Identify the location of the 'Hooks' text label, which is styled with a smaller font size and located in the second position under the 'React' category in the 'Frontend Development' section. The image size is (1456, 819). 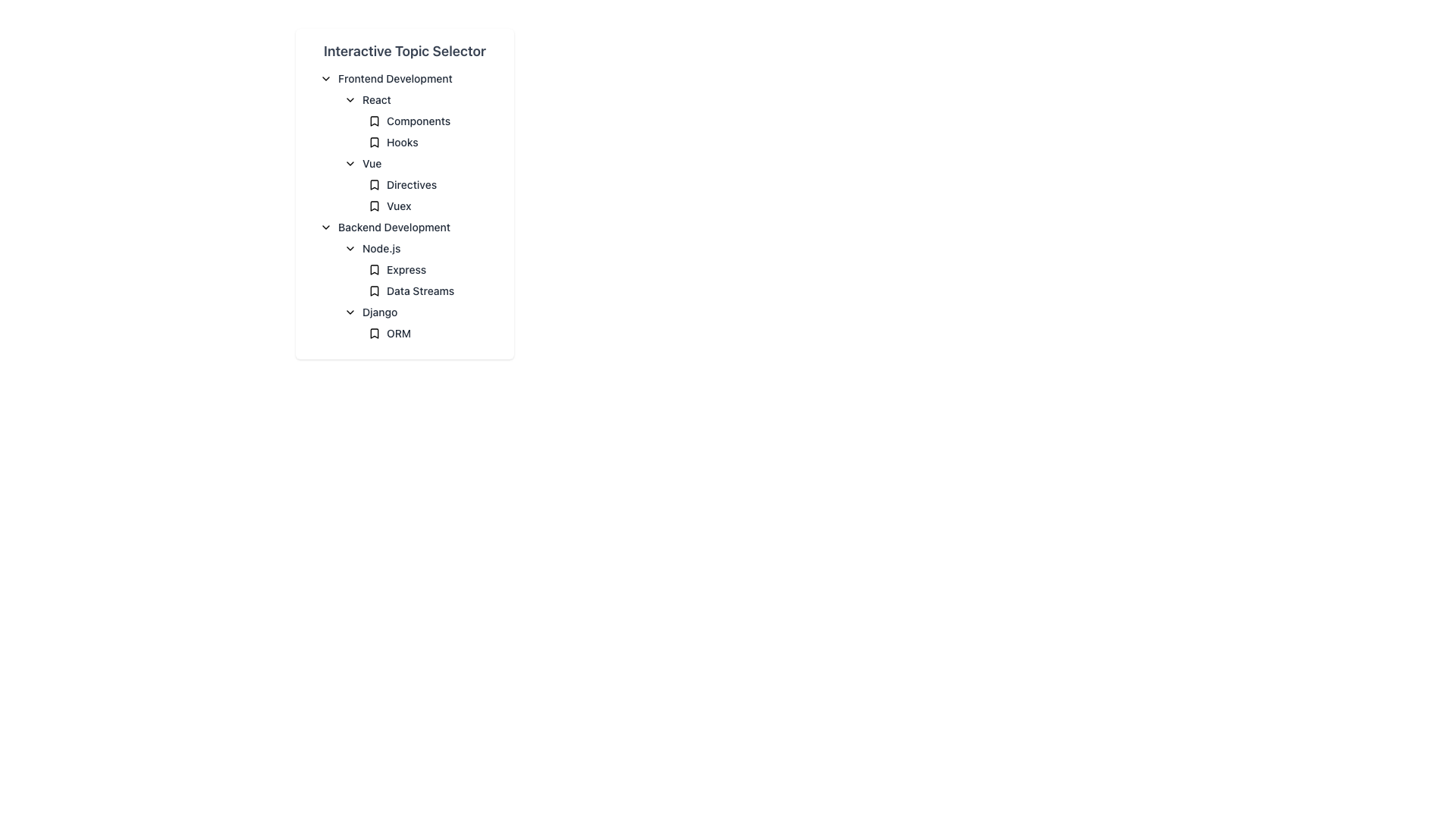
(417, 152).